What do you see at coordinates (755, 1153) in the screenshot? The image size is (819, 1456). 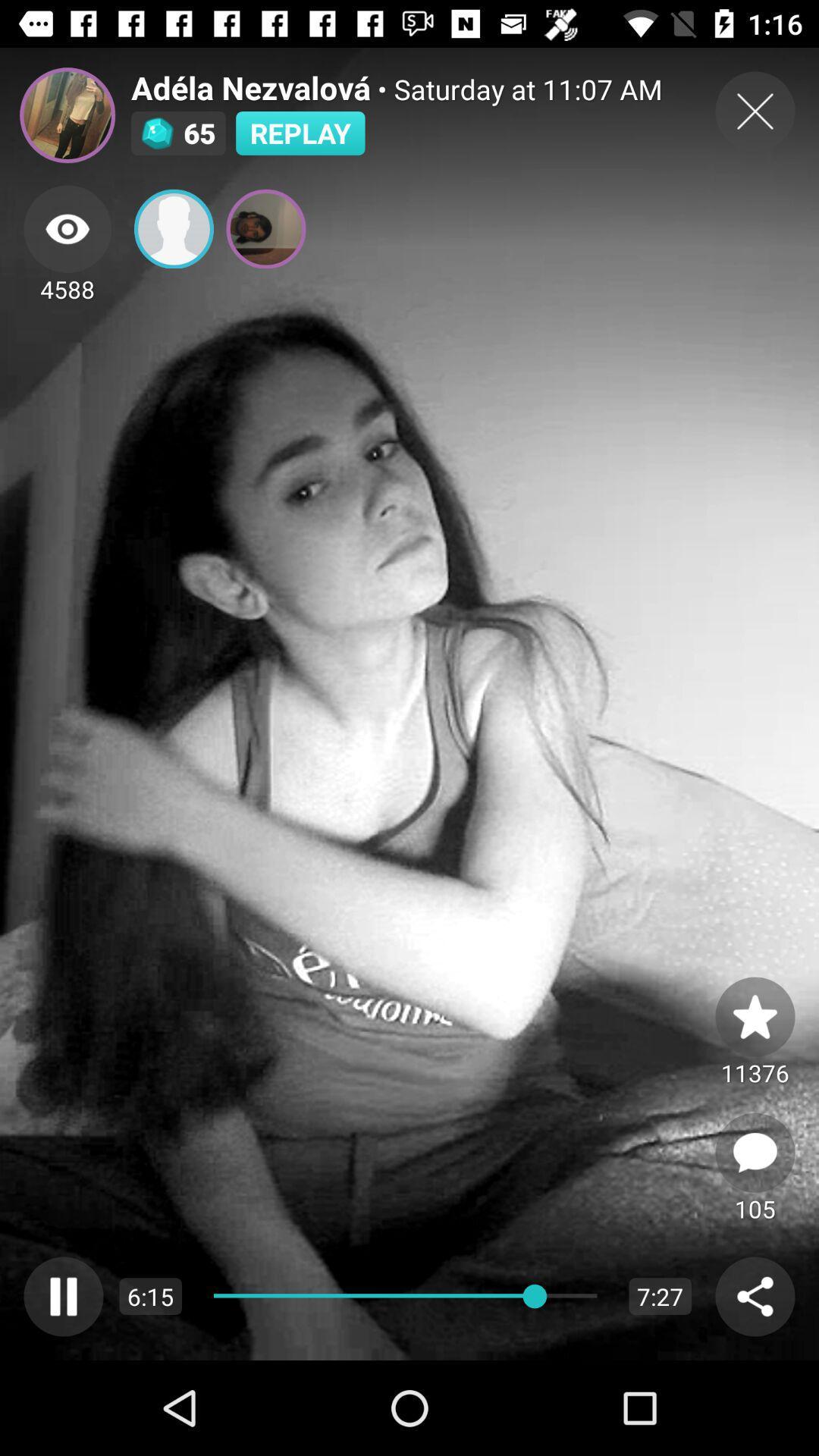 I see `messages` at bounding box center [755, 1153].